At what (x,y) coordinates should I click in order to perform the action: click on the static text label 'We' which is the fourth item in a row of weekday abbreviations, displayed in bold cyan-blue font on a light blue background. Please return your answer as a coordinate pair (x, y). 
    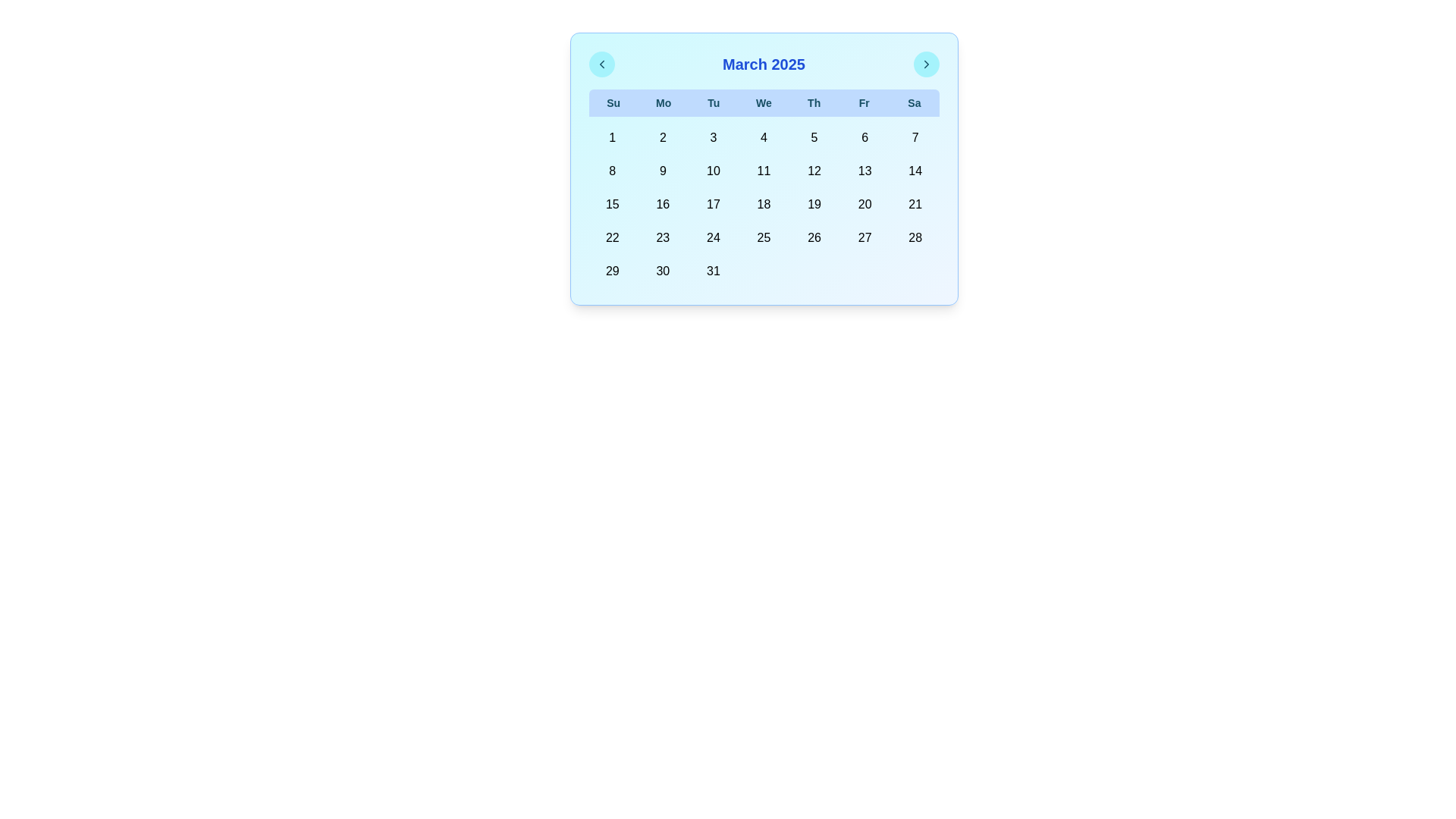
    Looking at the image, I should click on (764, 102).